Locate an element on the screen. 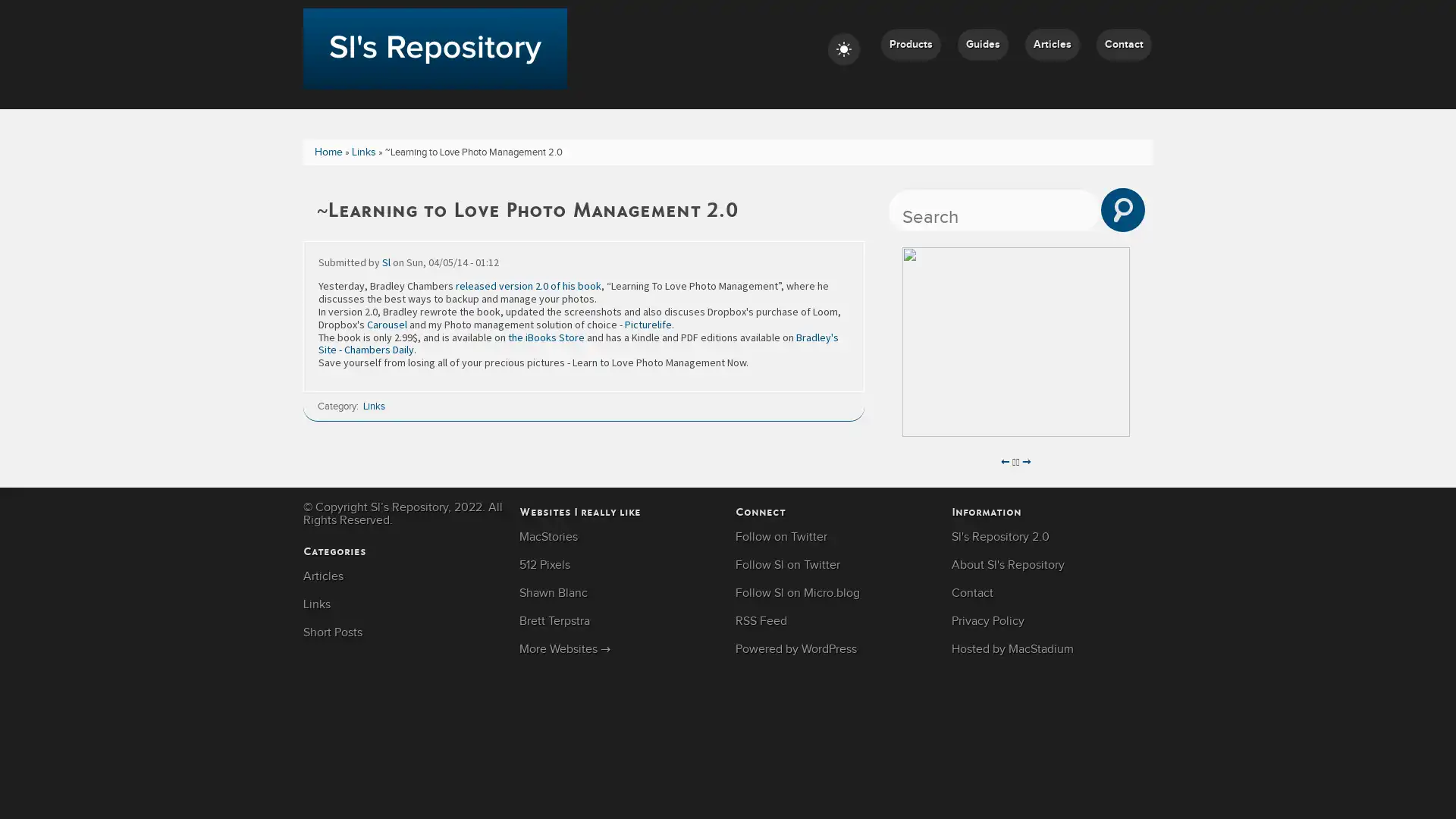 The height and width of the screenshot is (819, 1456). Search is located at coordinates (1123, 210).